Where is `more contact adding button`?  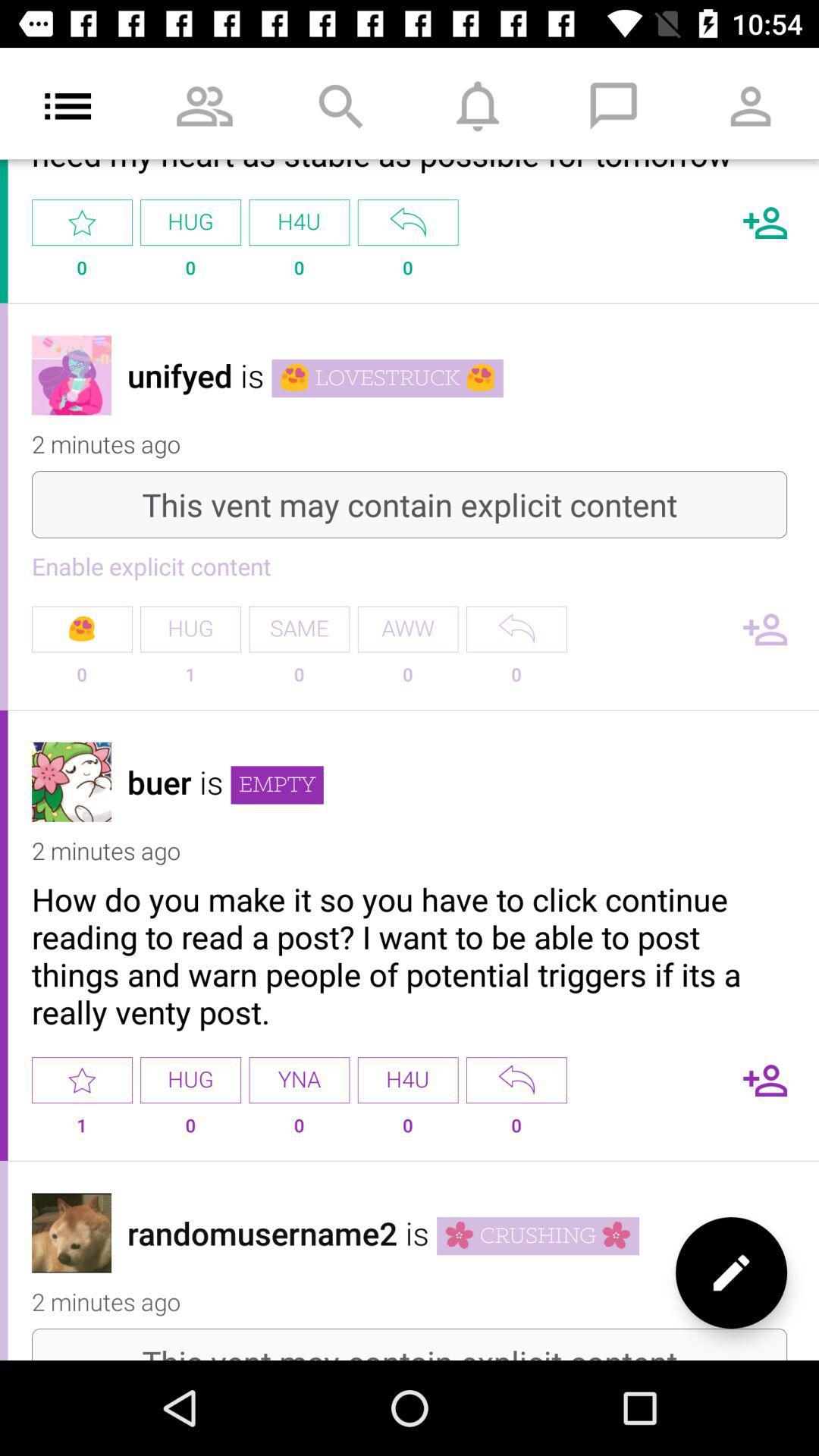 more contact adding button is located at coordinates (765, 221).